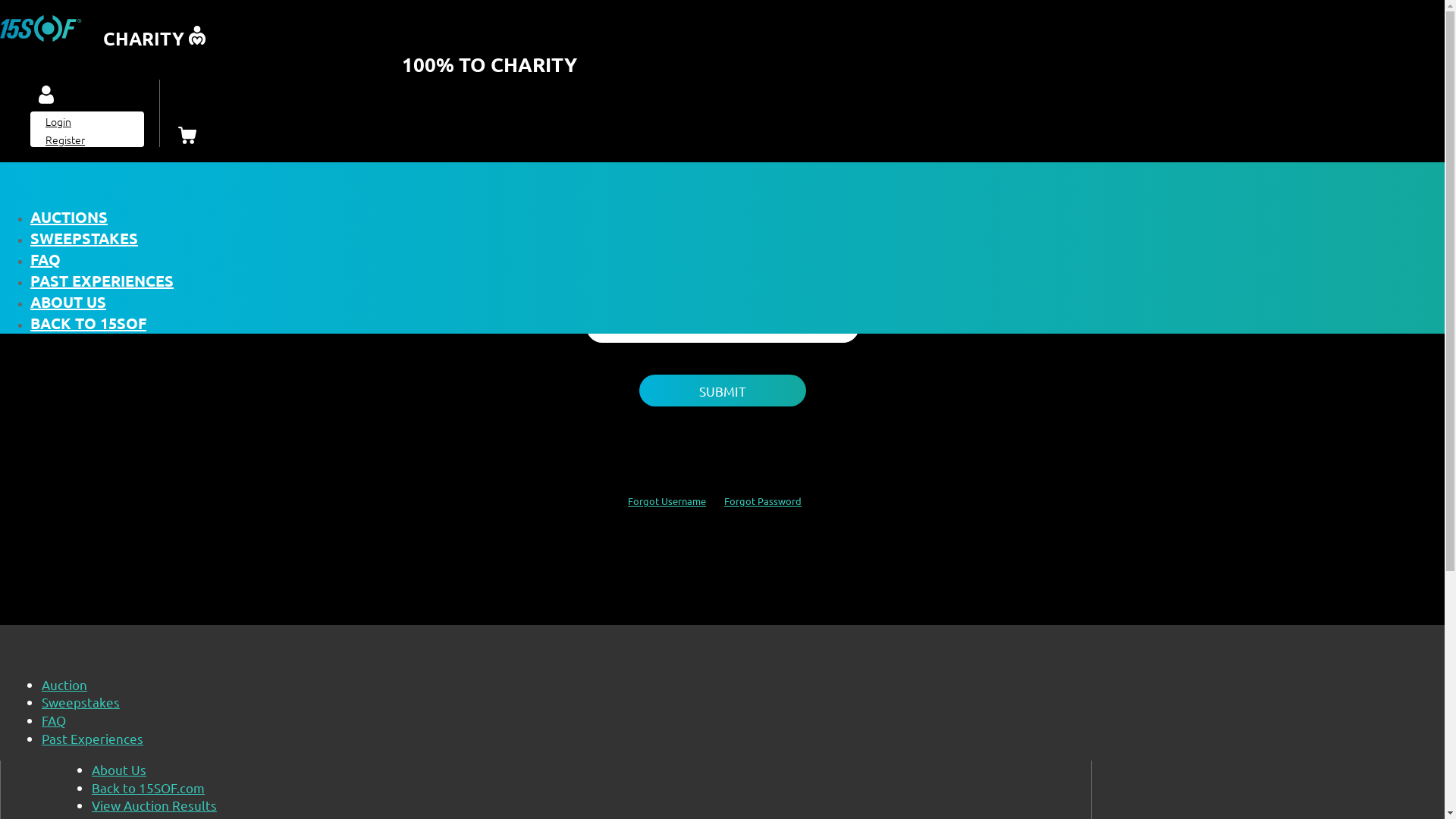 Image resolution: width=1456 pixels, height=819 pixels. Describe the element at coordinates (83, 237) in the screenshot. I see `'SWEEPSTAKES'` at that location.